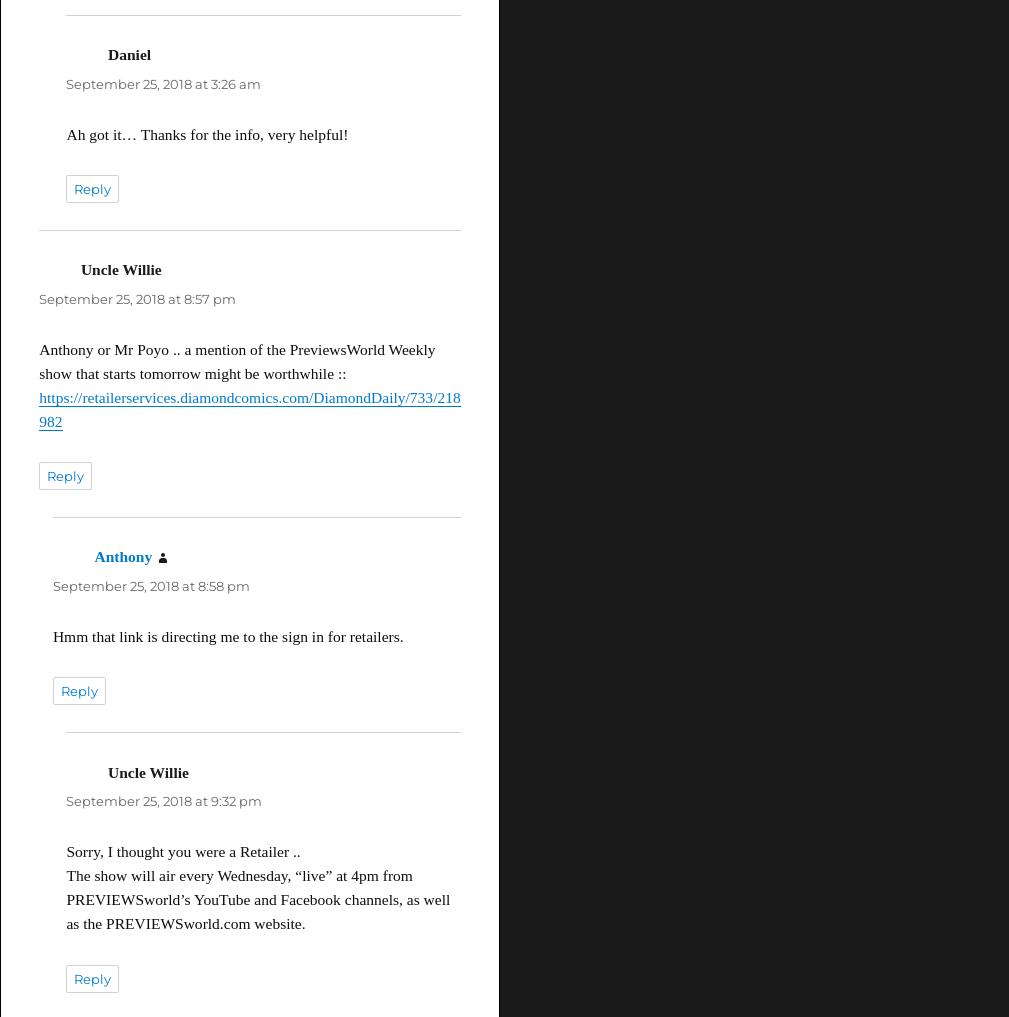  Describe the element at coordinates (226, 636) in the screenshot. I see `'Hmm that link is directing me to the sign in for retailers.'` at that location.